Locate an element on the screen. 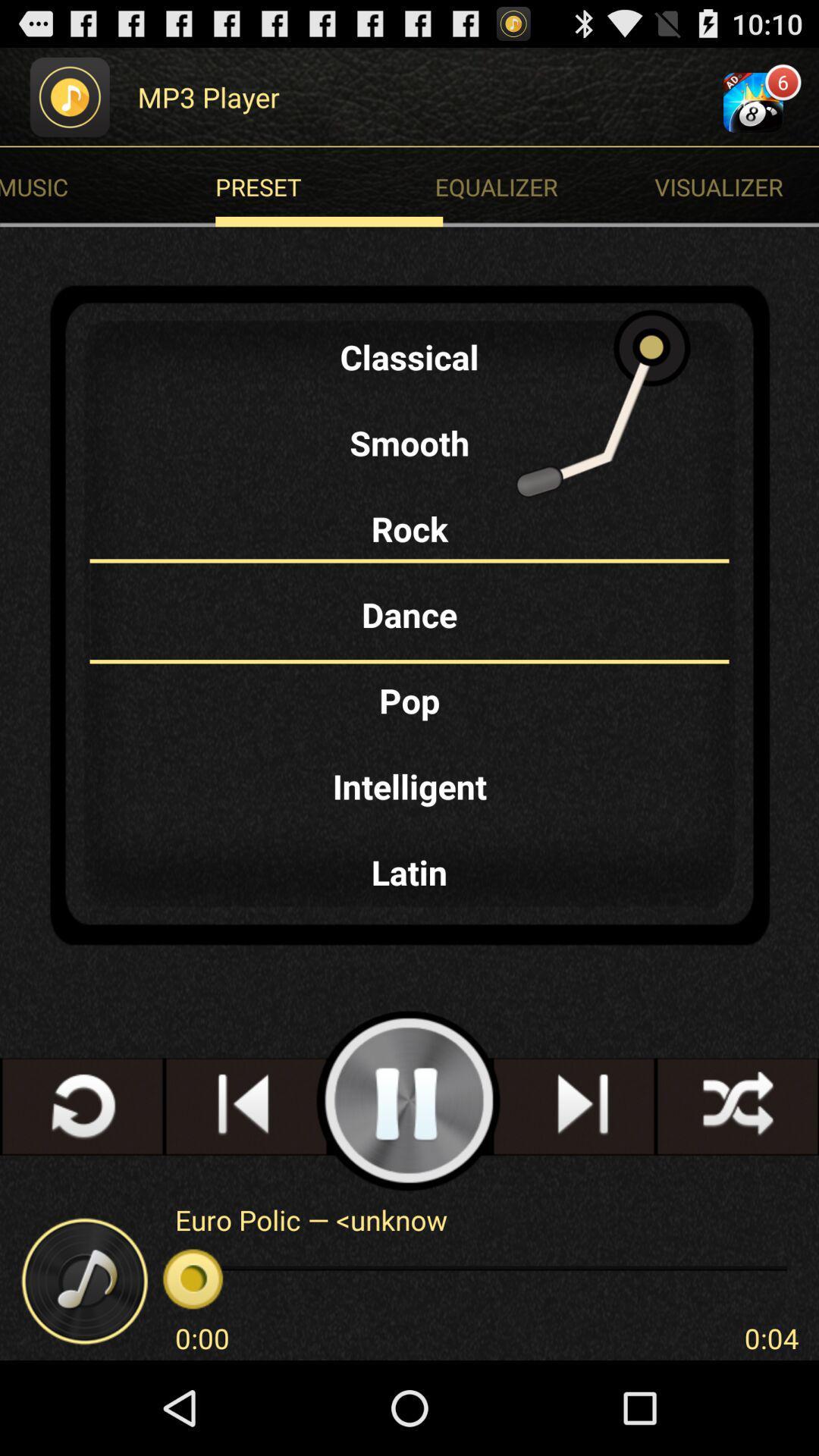 The width and height of the screenshot is (819, 1456). item below mp3 player app is located at coordinates (328, 186).